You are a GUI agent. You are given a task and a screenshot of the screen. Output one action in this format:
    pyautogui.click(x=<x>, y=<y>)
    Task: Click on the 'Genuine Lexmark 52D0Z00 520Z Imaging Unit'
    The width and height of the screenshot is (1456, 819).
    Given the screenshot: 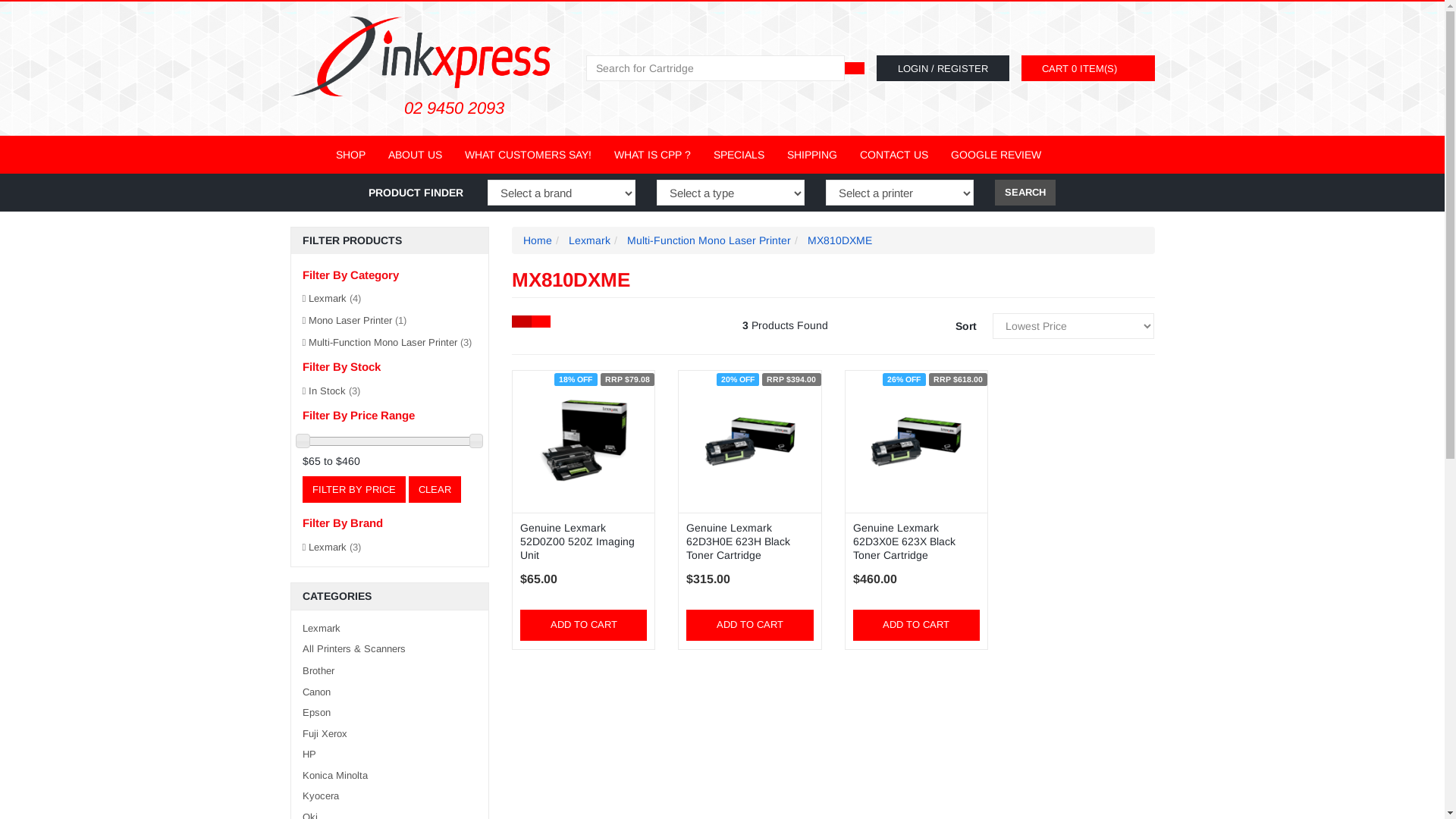 What is the action you would take?
    pyautogui.click(x=576, y=540)
    